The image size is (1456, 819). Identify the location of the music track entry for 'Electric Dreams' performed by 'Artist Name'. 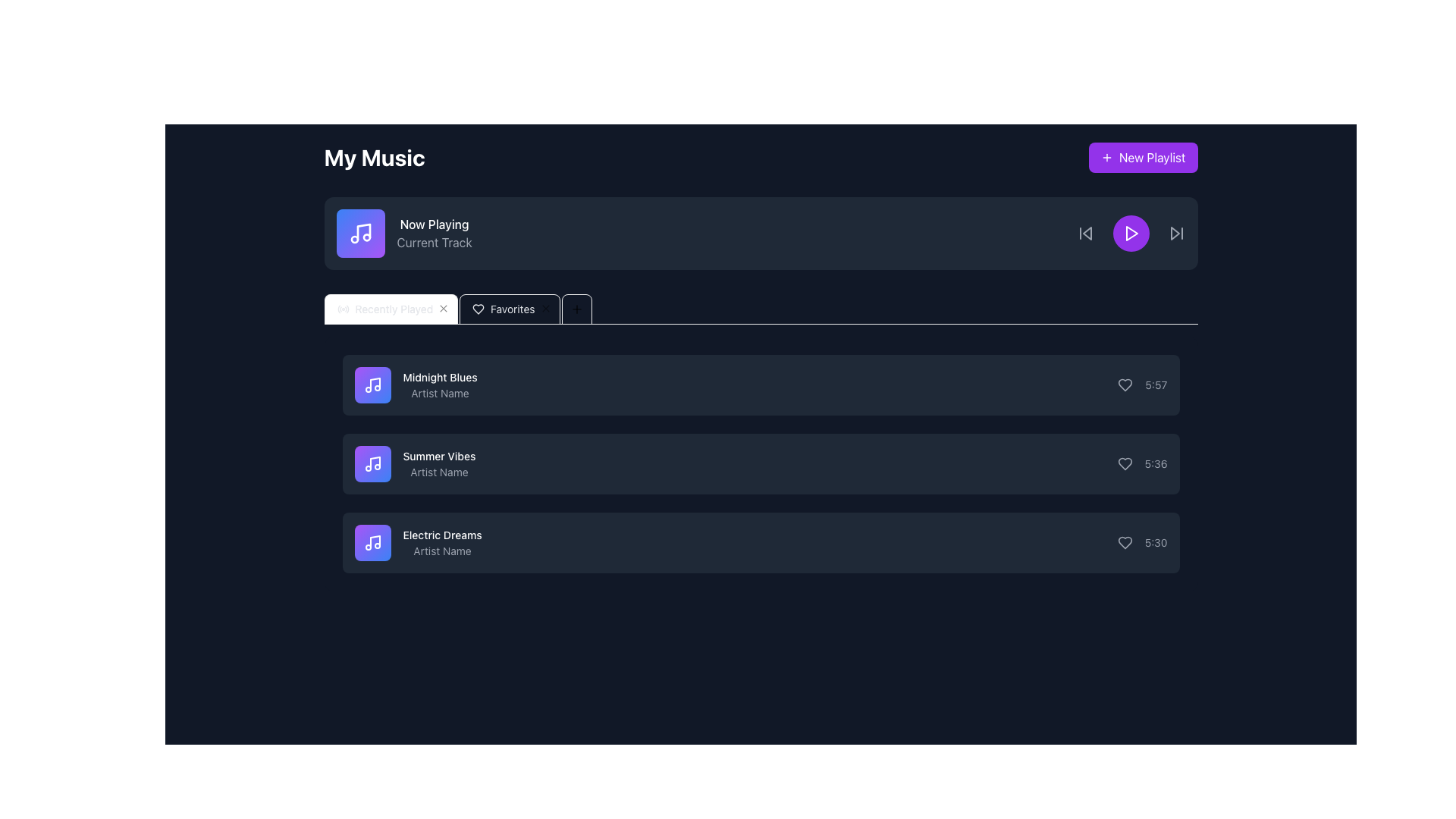
(761, 542).